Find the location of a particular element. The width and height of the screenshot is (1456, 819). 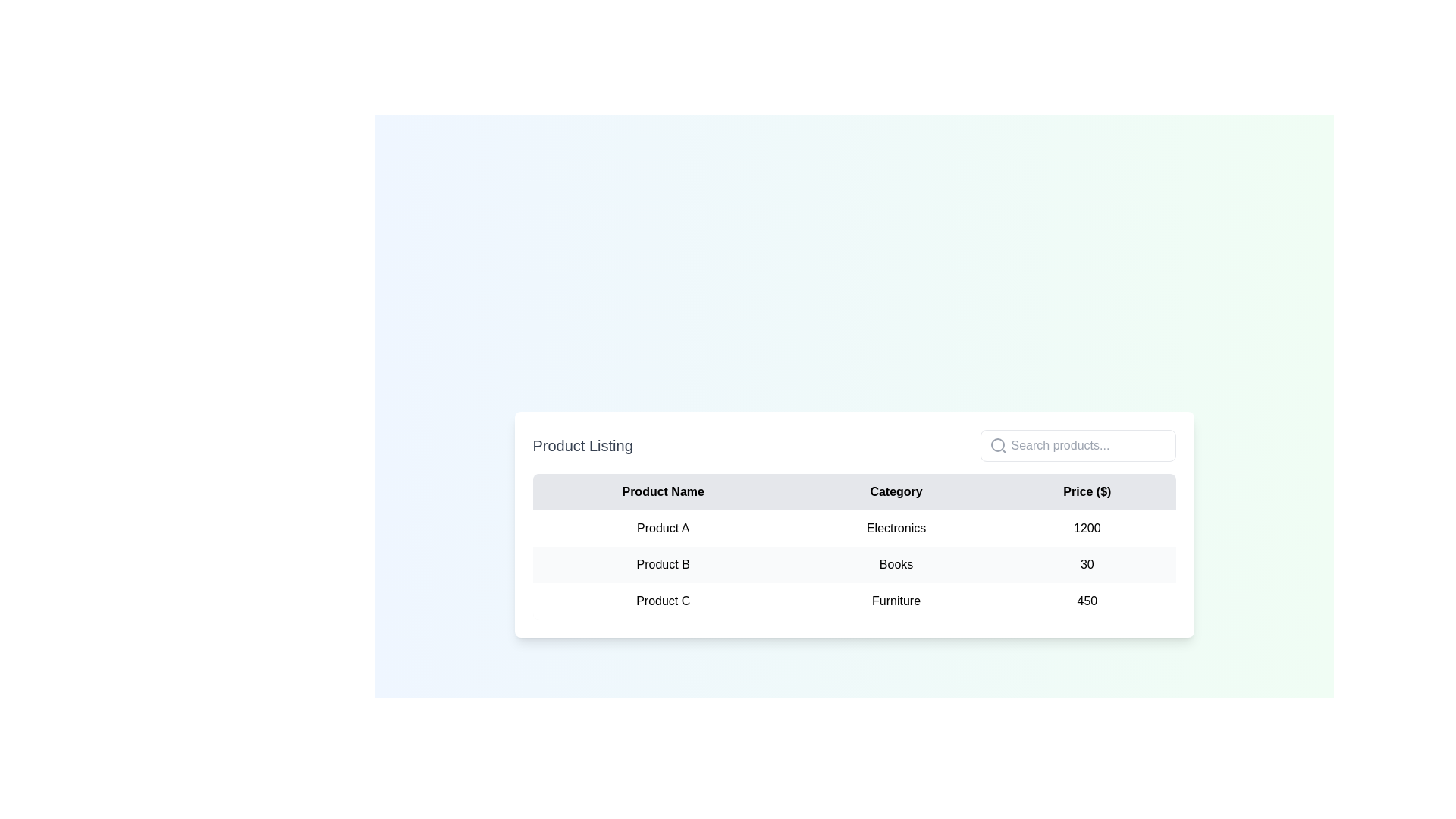

the numeric price display for 'Product B' in the third column, aligned with the column header 'Price ($)' is located at coordinates (1086, 564).